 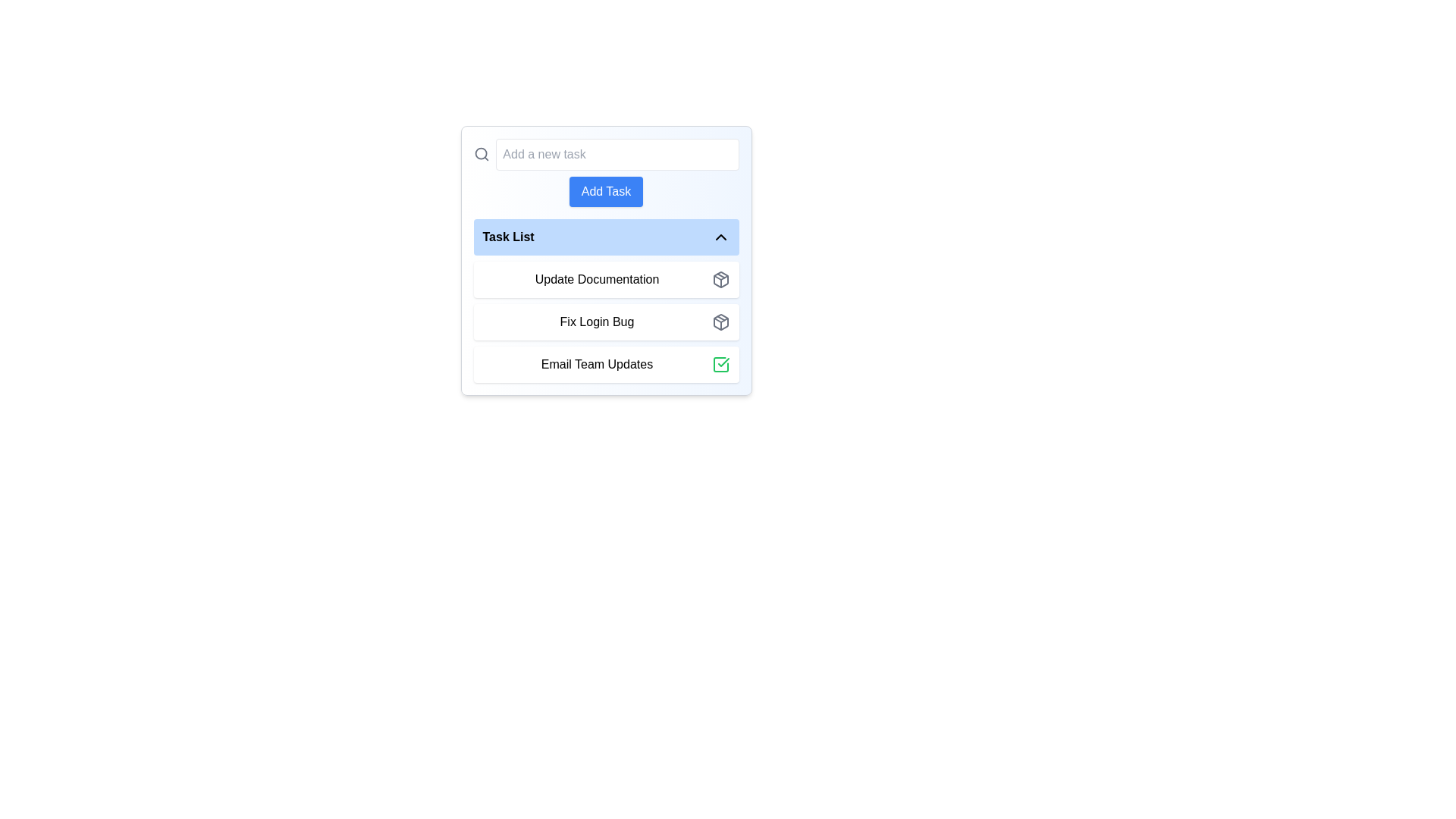 What do you see at coordinates (596, 280) in the screenshot?
I see `the text label displaying 'Update Documentation' which is part of the first item in the 'Task List' vertical list structure` at bounding box center [596, 280].